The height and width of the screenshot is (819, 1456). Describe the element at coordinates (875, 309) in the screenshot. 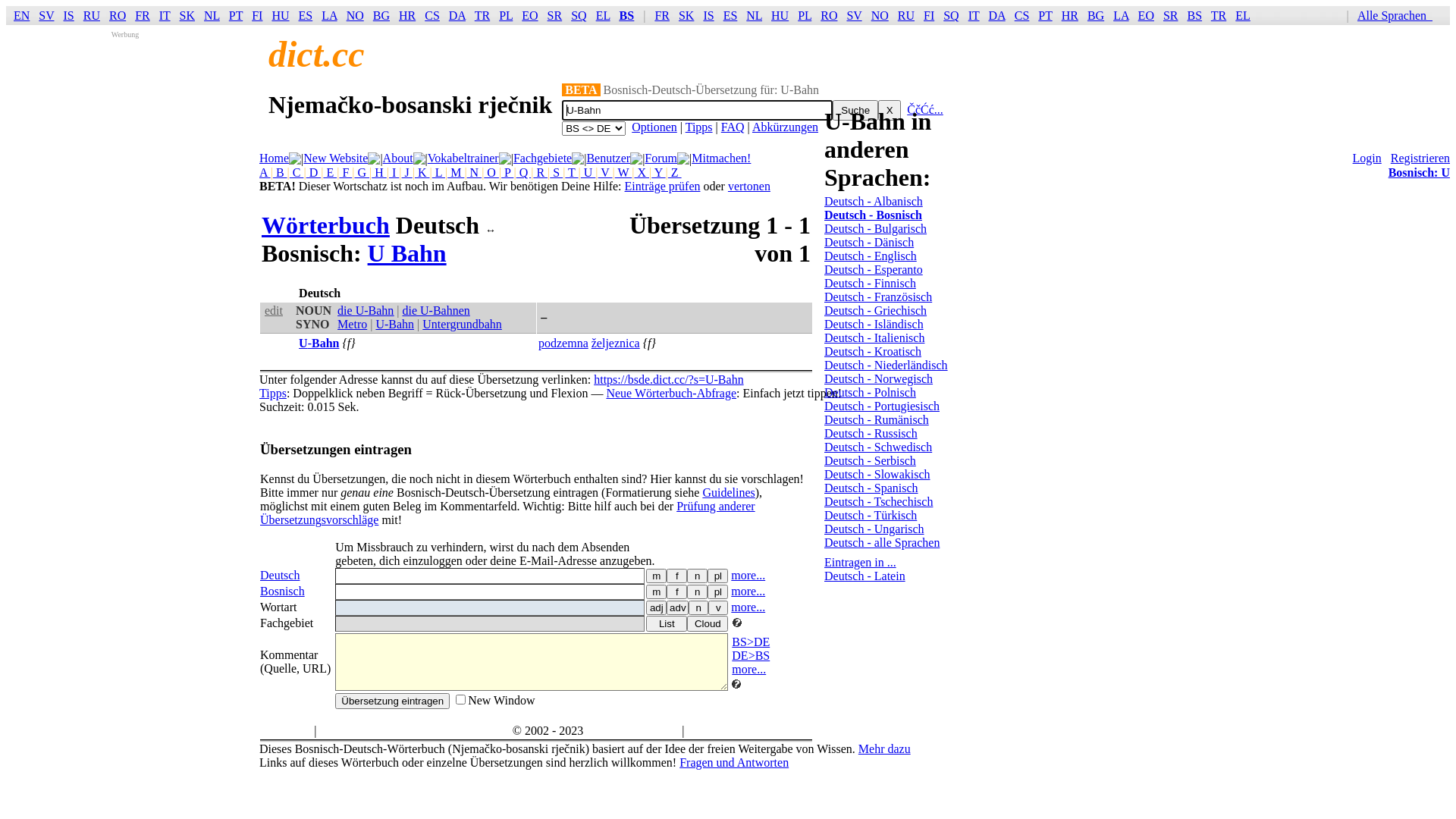

I see `'Deutsch - Griechisch'` at that location.